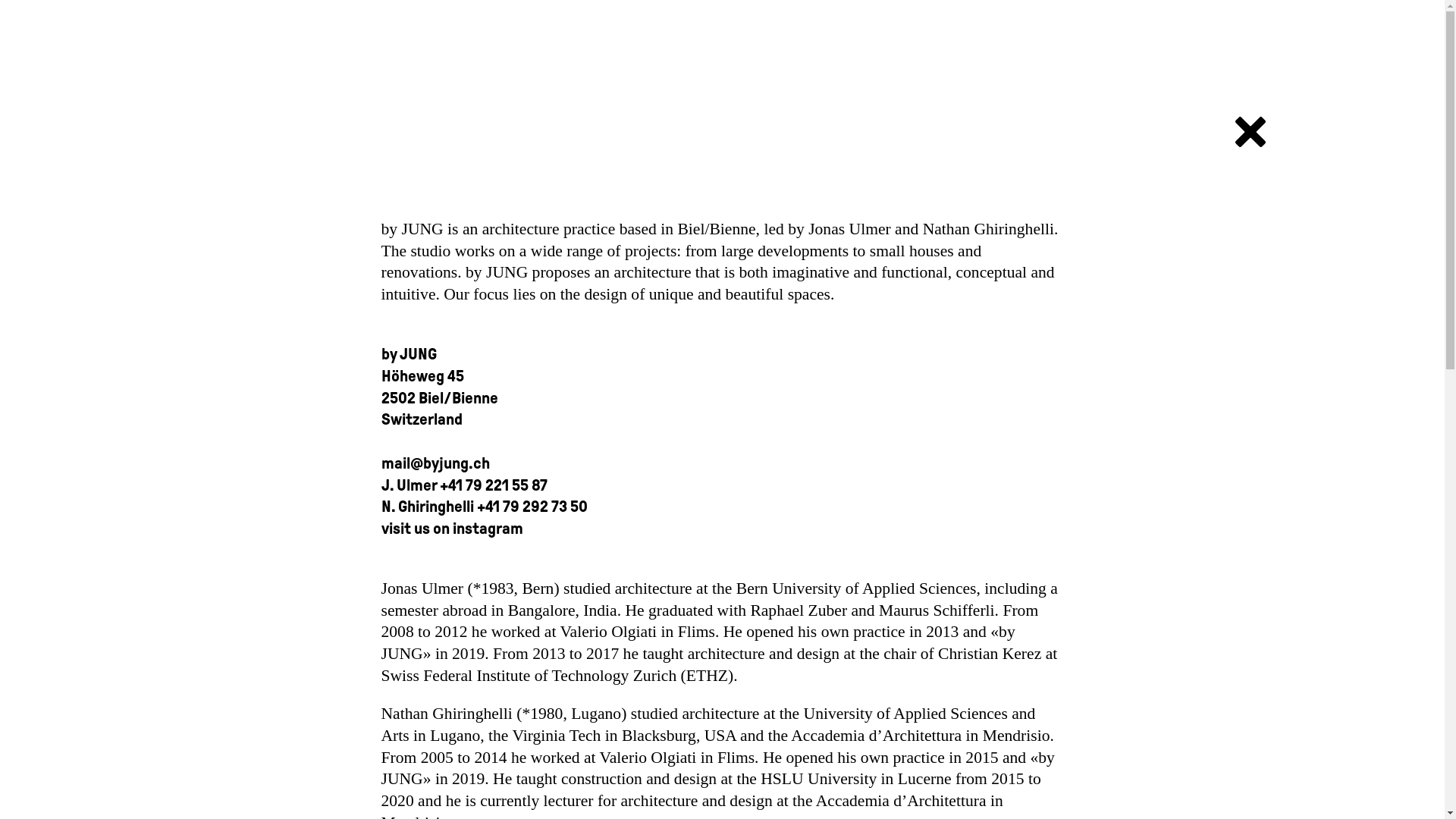  Describe the element at coordinates (434, 462) in the screenshot. I see `'mail@byjung.ch'` at that location.